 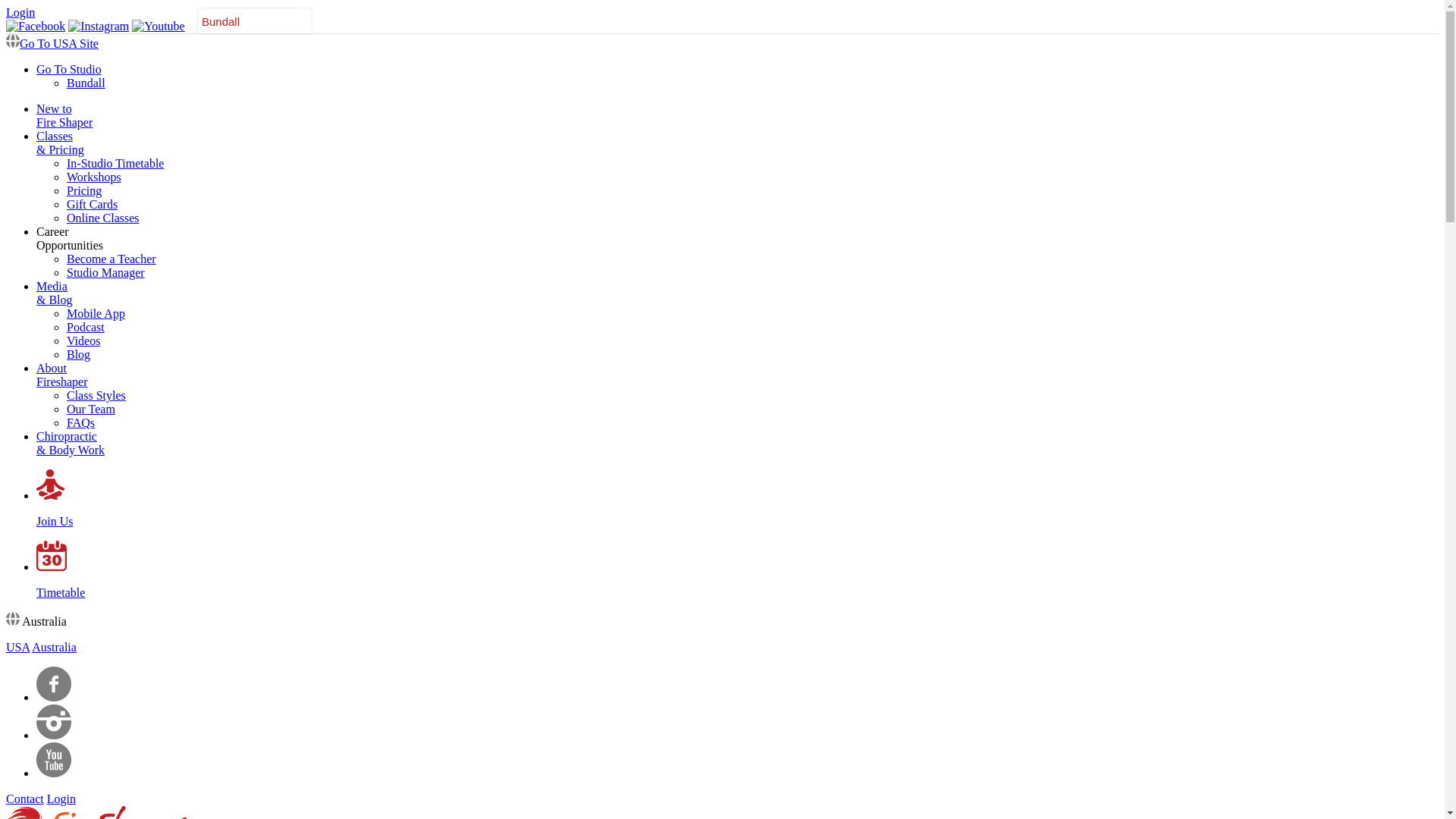 I want to click on 'Chiropractic, so click(x=69, y=443).